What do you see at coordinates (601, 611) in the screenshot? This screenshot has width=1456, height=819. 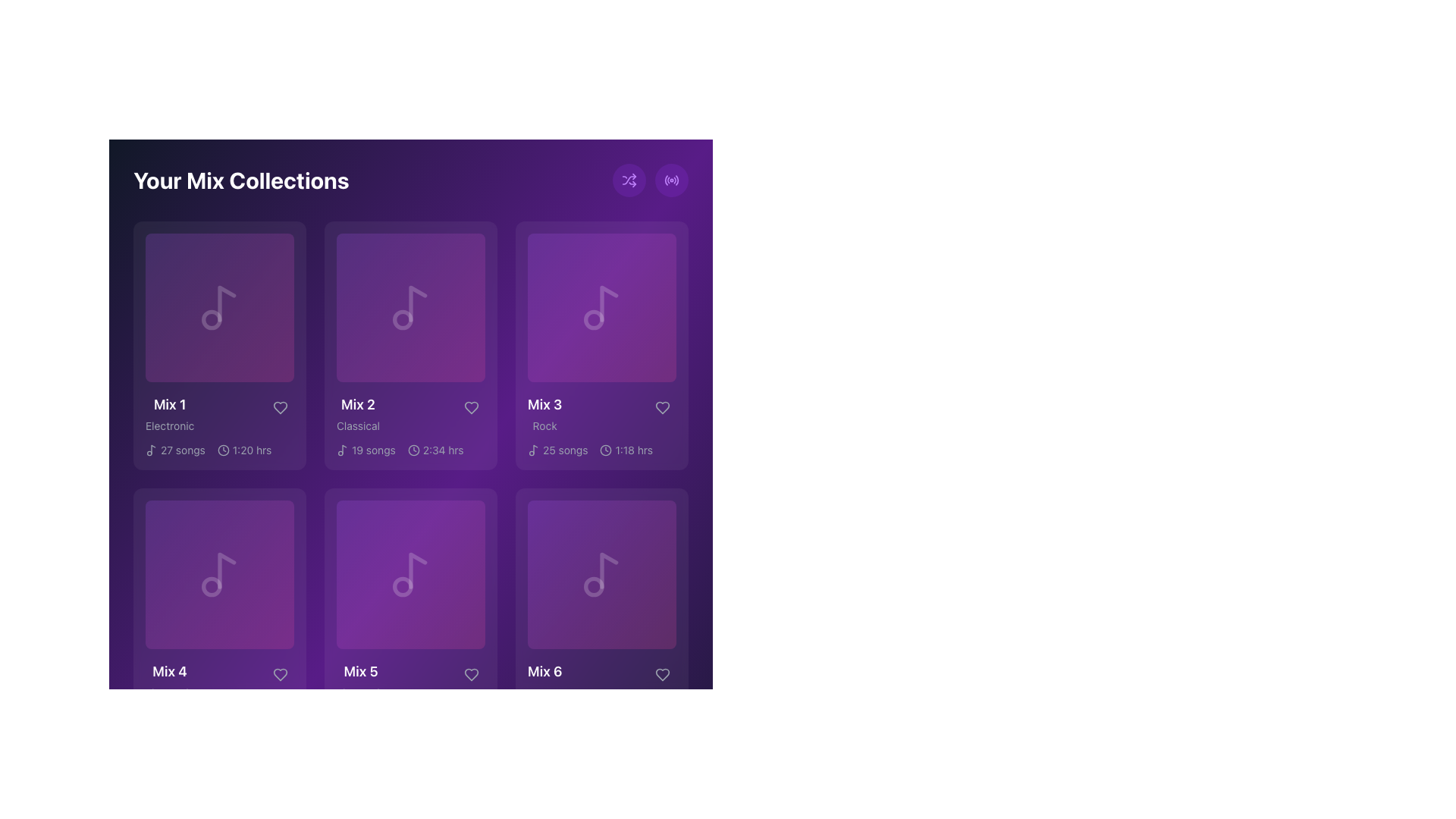 I see `the 'Mix 6' music playlist card located` at bounding box center [601, 611].